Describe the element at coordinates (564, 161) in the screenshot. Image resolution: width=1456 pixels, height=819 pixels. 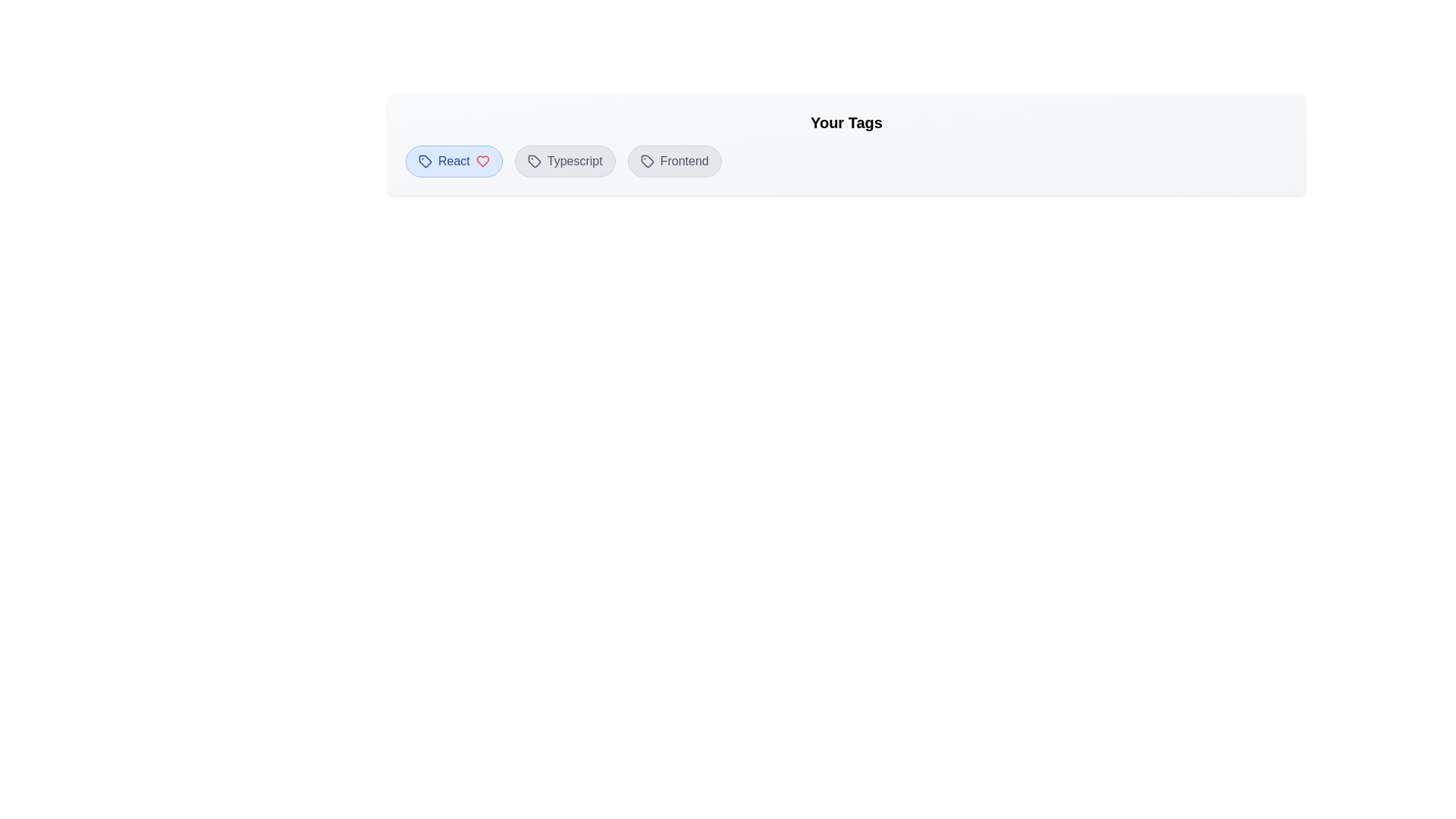
I see `the tag named Typescript` at that location.